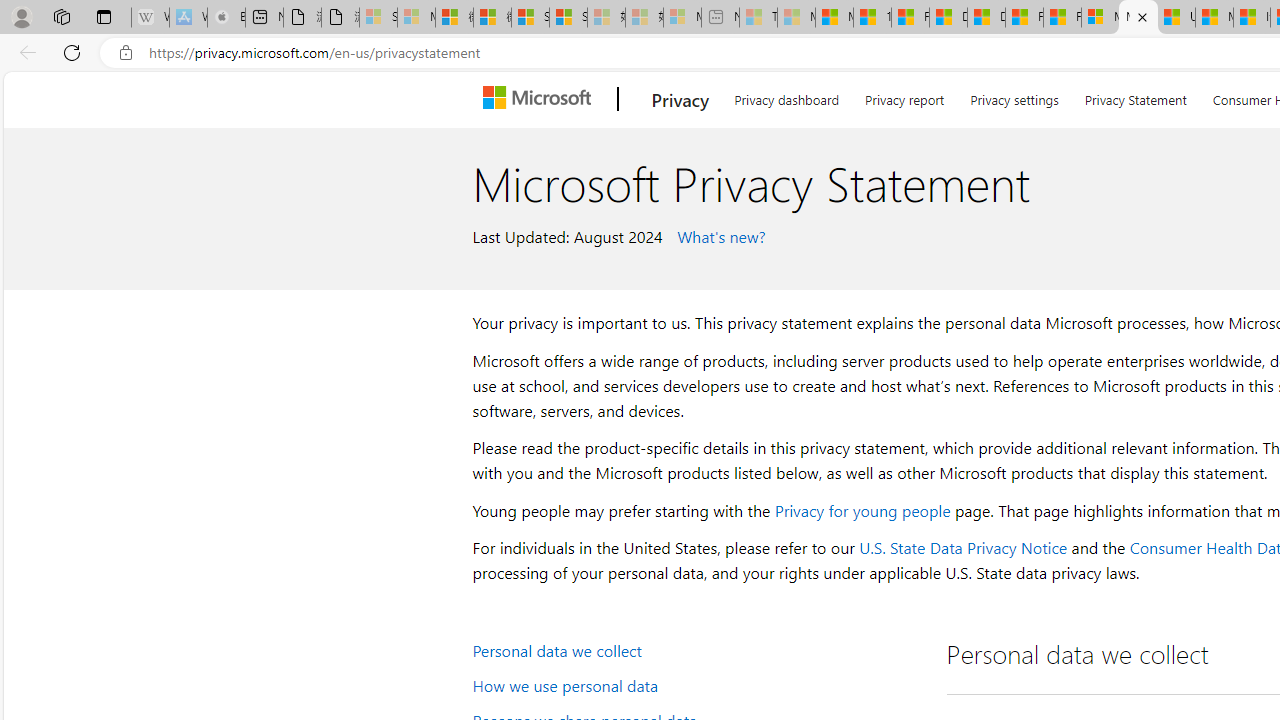 The image size is (1280, 720). Describe the element at coordinates (785, 96) in the screenshot. I see `'Privacy dashboard'` at that location.